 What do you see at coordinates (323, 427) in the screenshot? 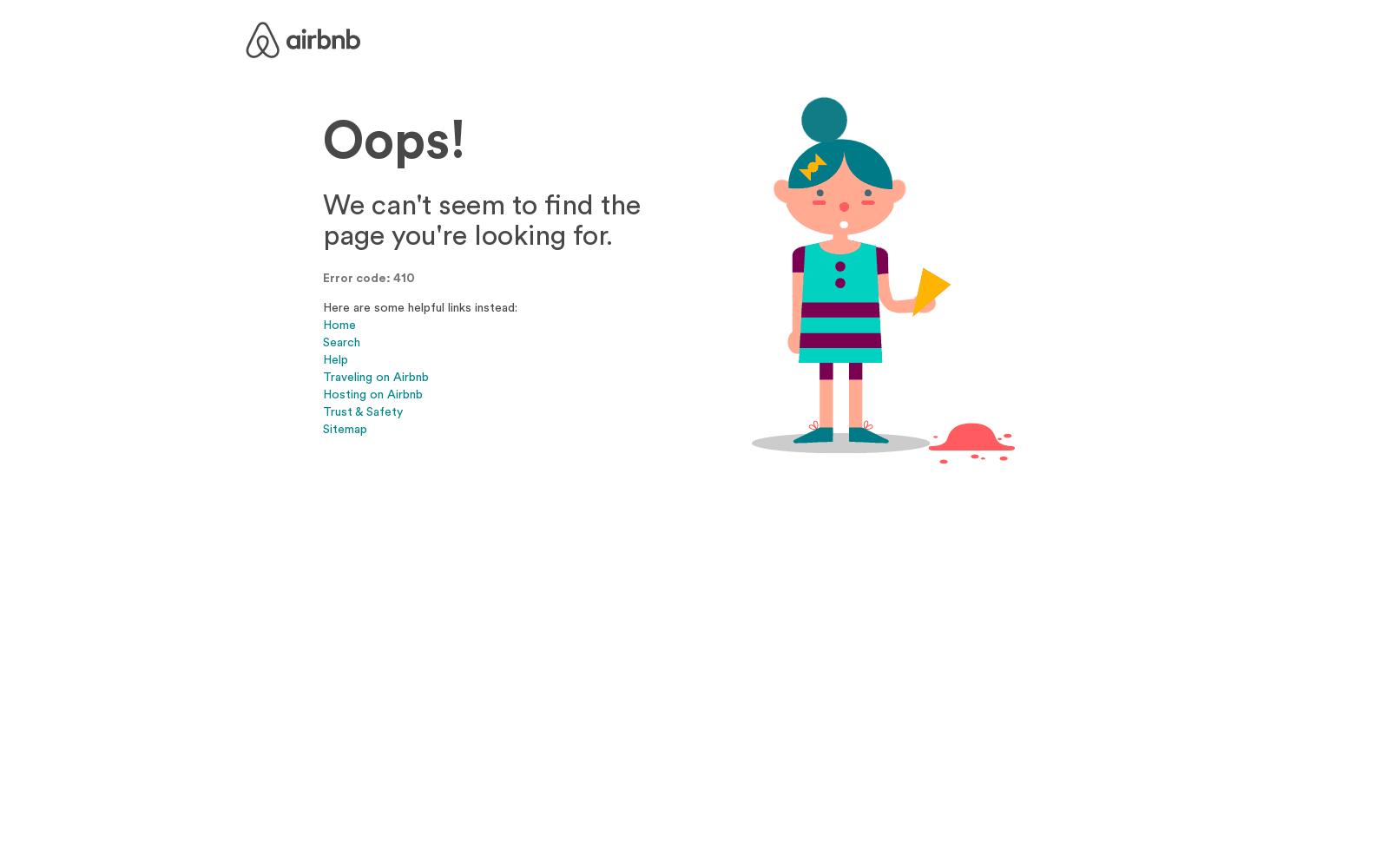
I see `'Sitemap'` at bounding box center [323, 427].